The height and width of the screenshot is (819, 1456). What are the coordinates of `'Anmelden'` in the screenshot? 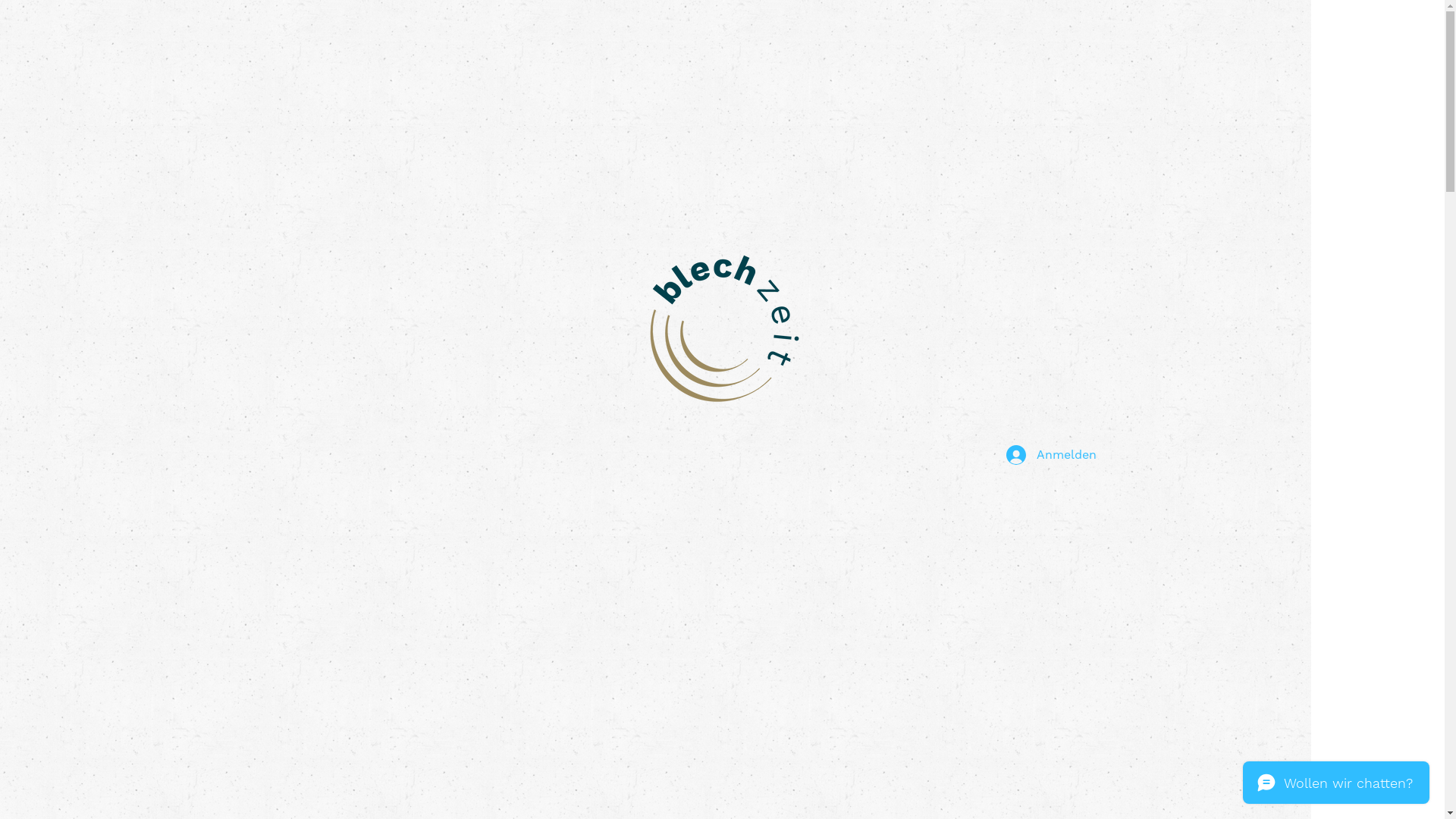 It's located at (994, 454).